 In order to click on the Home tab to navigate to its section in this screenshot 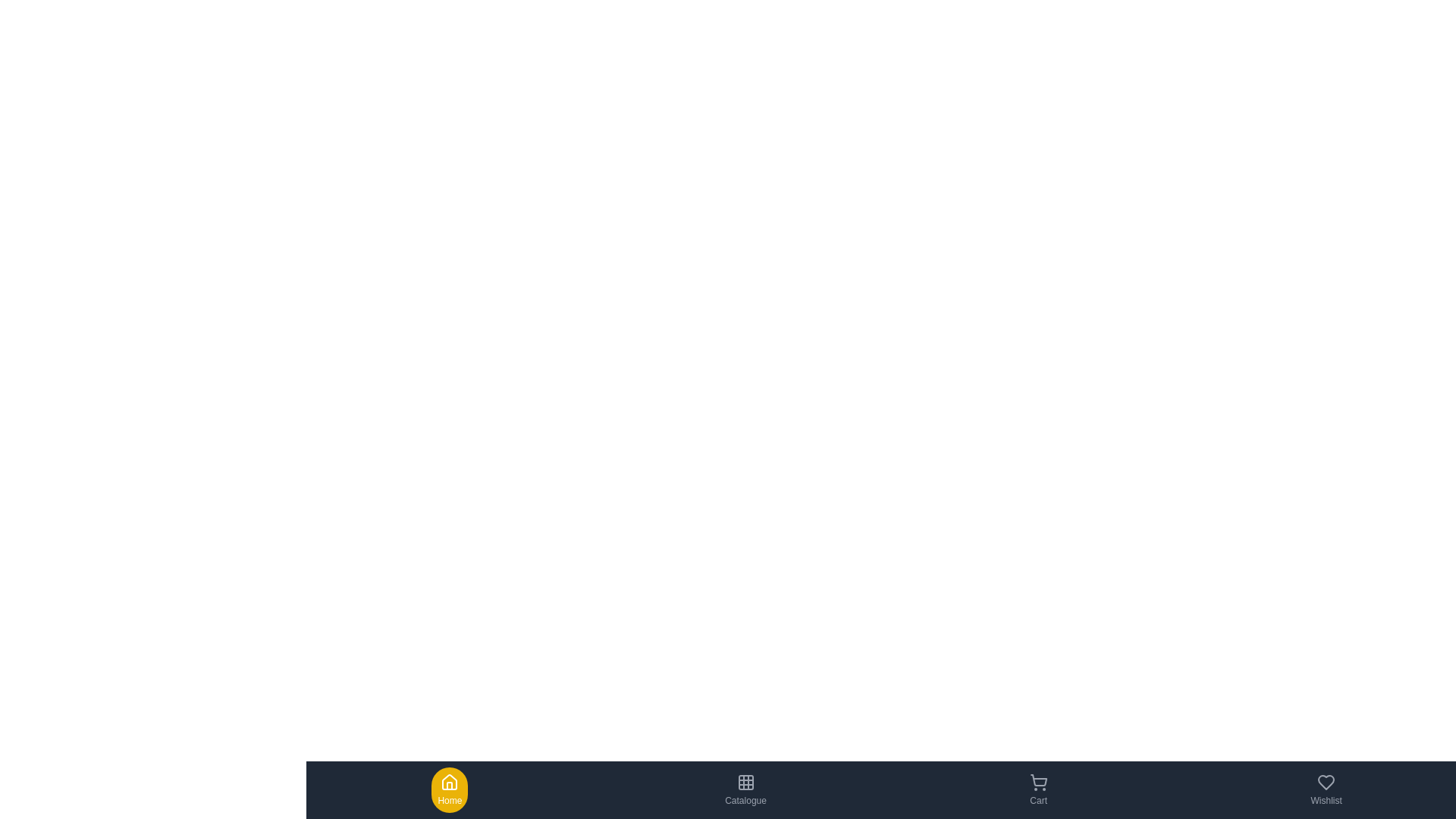, I will do `click(449, 789)`.